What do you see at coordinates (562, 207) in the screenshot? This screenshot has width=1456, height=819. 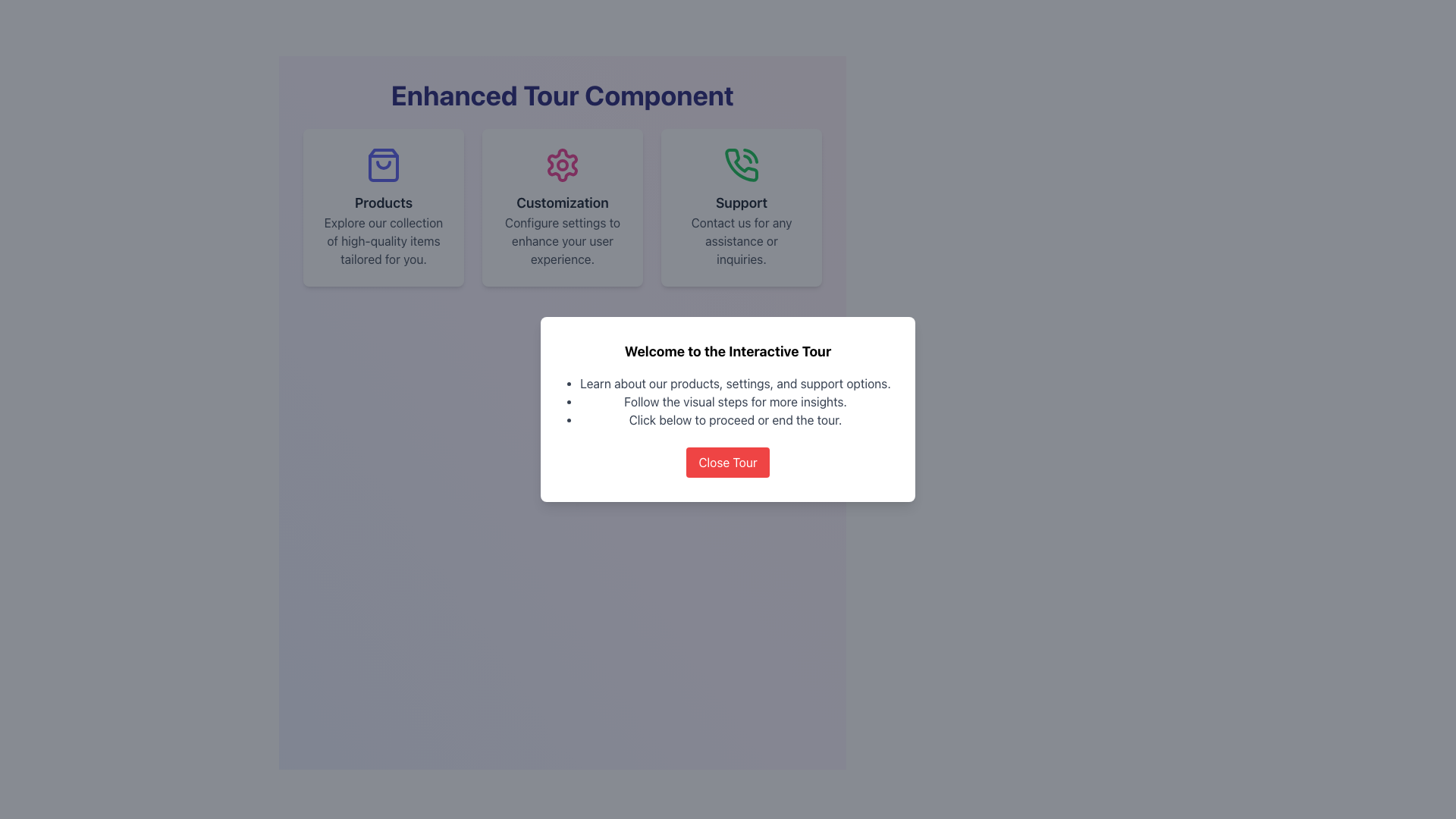 I see `the Informational Card located in the middle of a three-column layout, positioned between the 'Products' card on the left and the 'Support' card on the right` at bounding box center [562, 207].